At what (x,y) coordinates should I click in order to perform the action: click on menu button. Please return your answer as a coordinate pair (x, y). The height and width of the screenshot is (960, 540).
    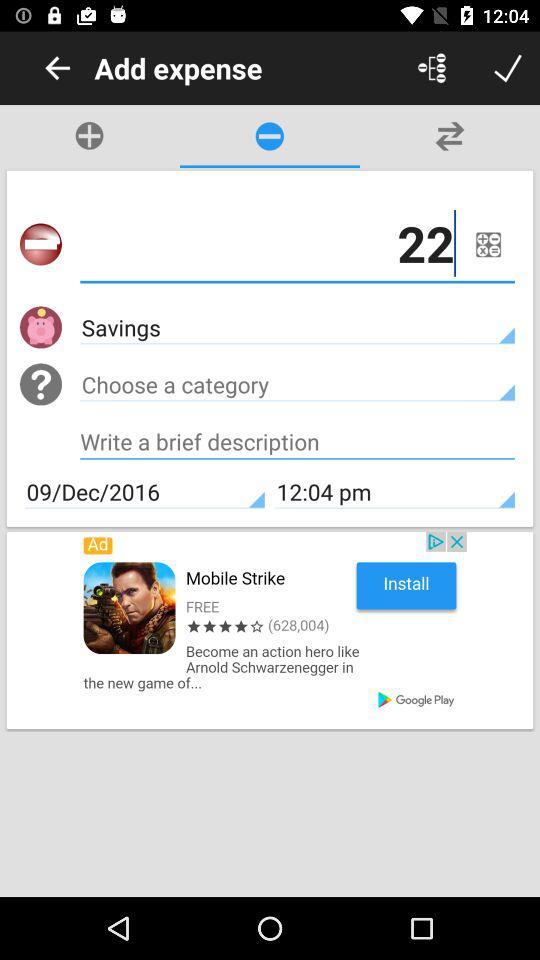
    Looking at the image, I should click on (487, 243).